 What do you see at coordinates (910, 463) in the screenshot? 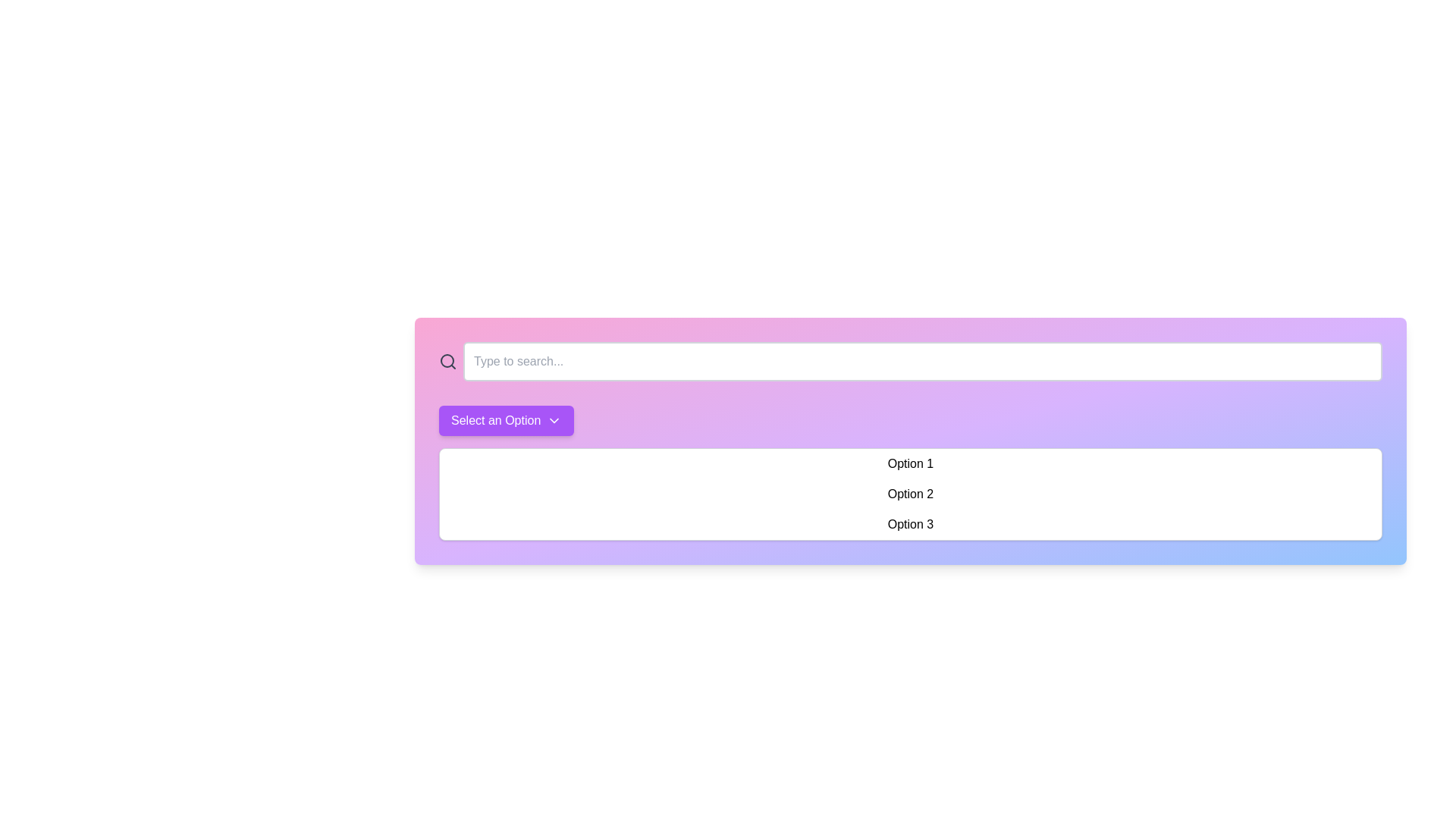
I see `the first selectable option in the dropdown menu` at bounding box center [910, 463].